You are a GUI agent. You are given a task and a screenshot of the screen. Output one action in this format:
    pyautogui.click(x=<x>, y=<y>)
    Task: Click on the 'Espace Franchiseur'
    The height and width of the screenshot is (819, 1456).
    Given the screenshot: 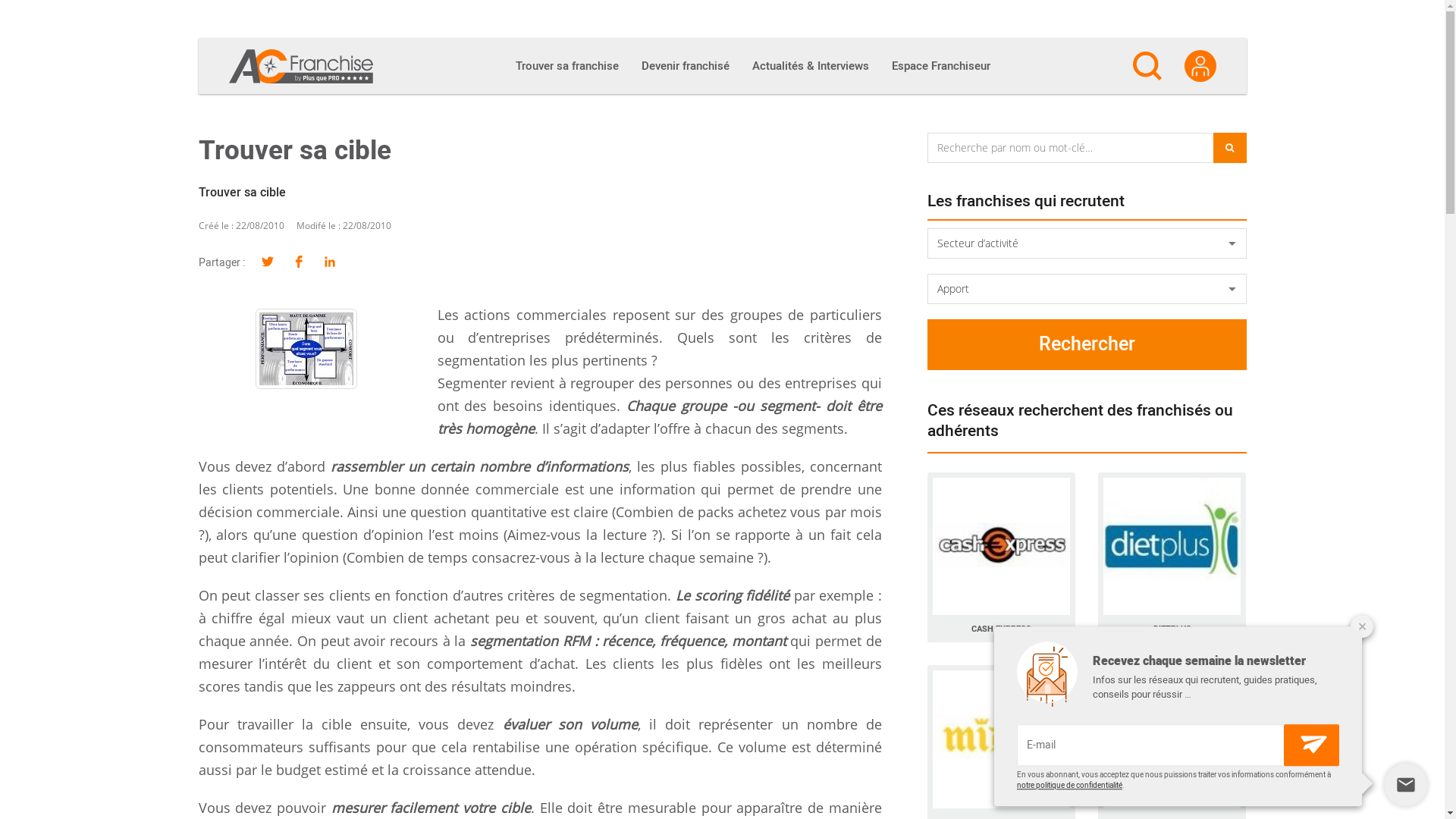 What is the action you would take?
    pyautogui.click(x=939, y=65)
    